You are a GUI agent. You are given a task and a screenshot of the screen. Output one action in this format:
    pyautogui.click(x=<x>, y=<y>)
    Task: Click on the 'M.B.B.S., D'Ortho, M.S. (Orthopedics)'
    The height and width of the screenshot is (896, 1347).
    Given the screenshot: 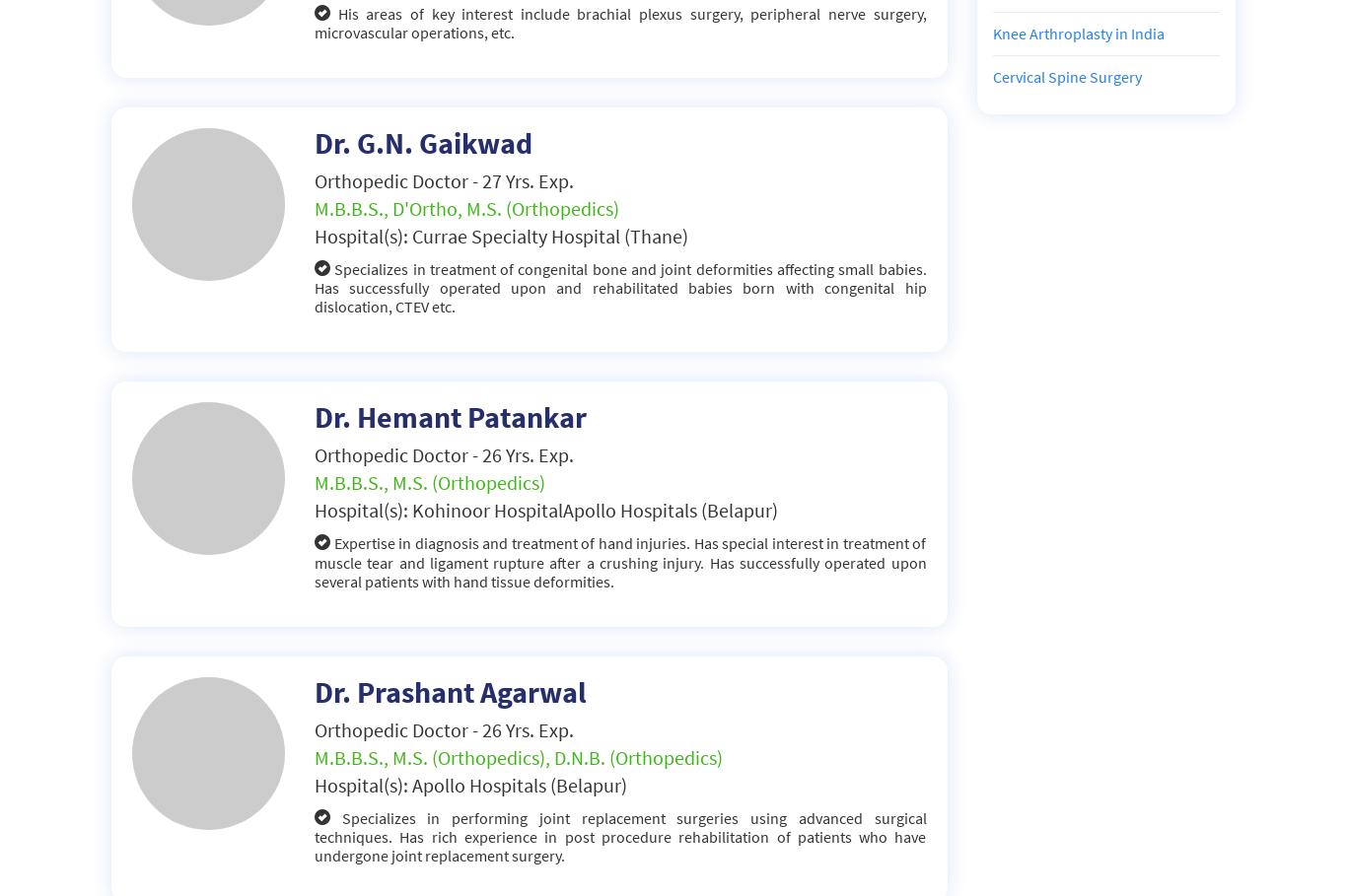 What is the action you would take?
    pyautogui.click(x=466, y=206)
    